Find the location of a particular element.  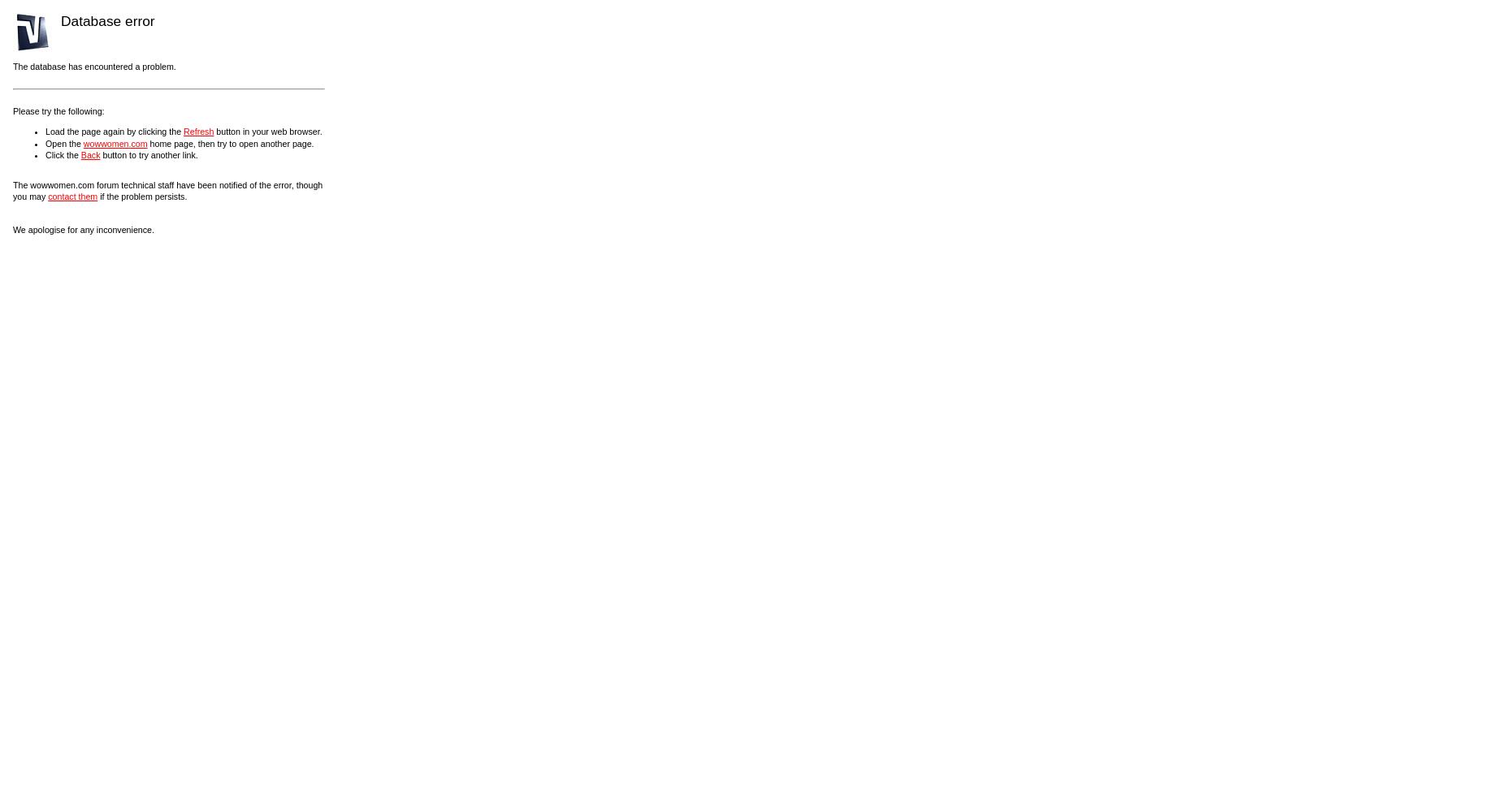

'home page, then try to open another page.' is located at coordinates (229, 143).